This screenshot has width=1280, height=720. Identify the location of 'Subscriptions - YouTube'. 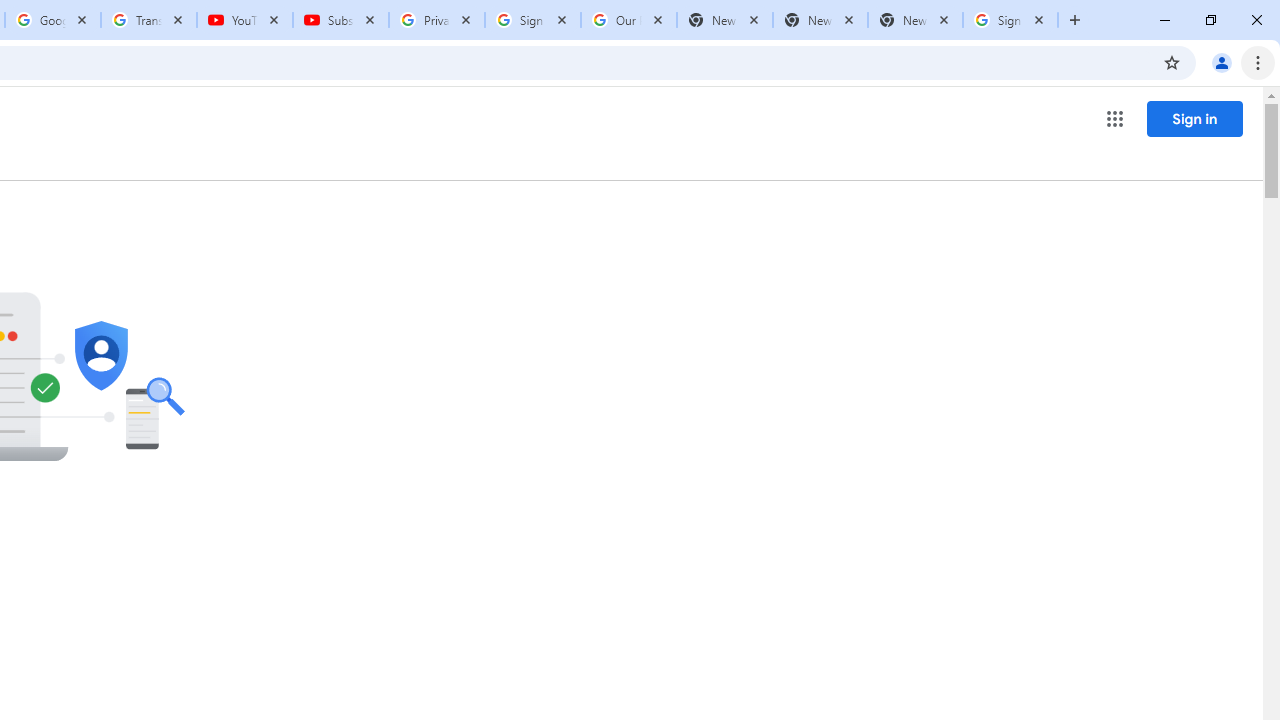
(341, 20).